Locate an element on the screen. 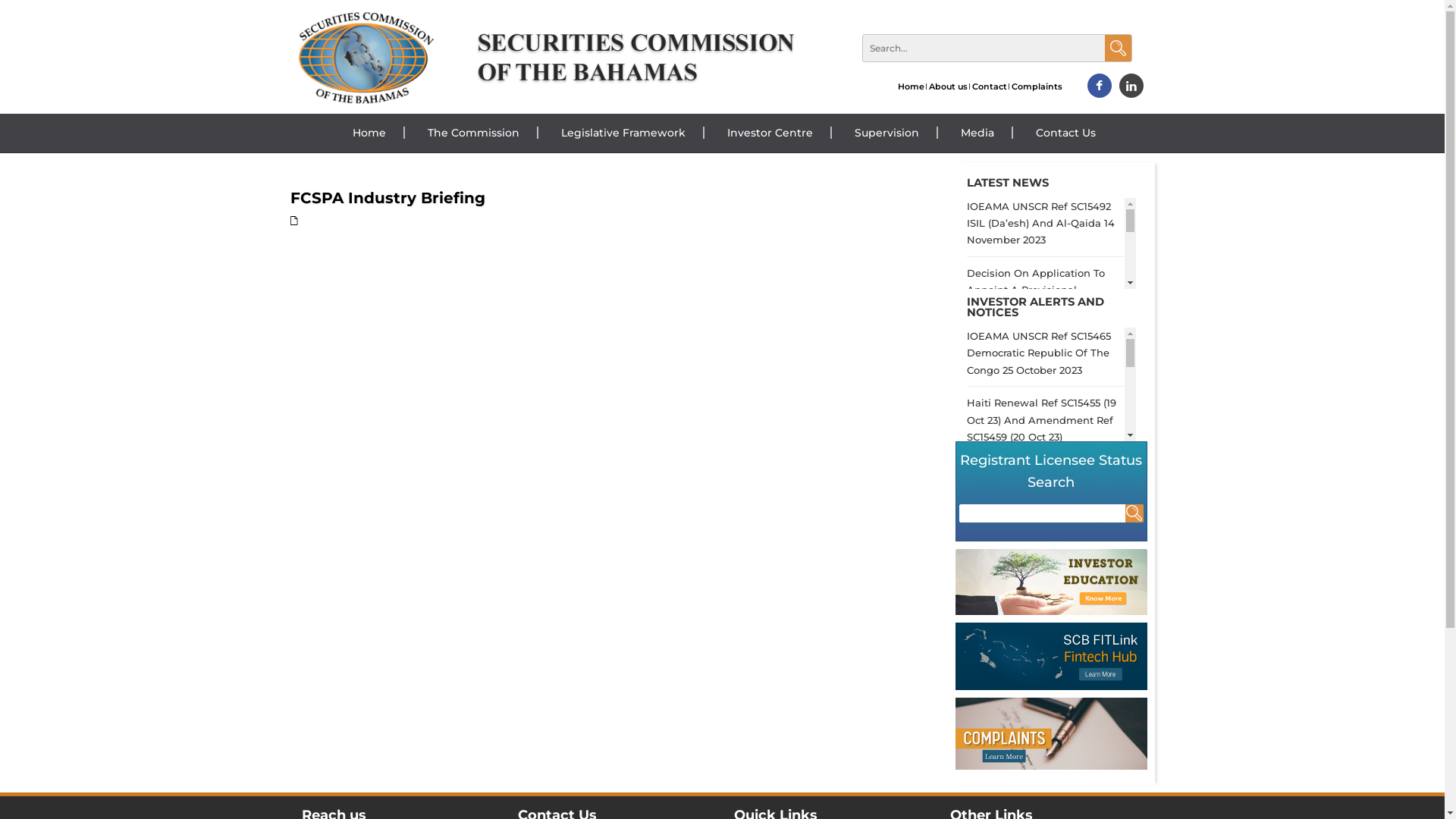  'Search' is located at coordinates (1125, 513).